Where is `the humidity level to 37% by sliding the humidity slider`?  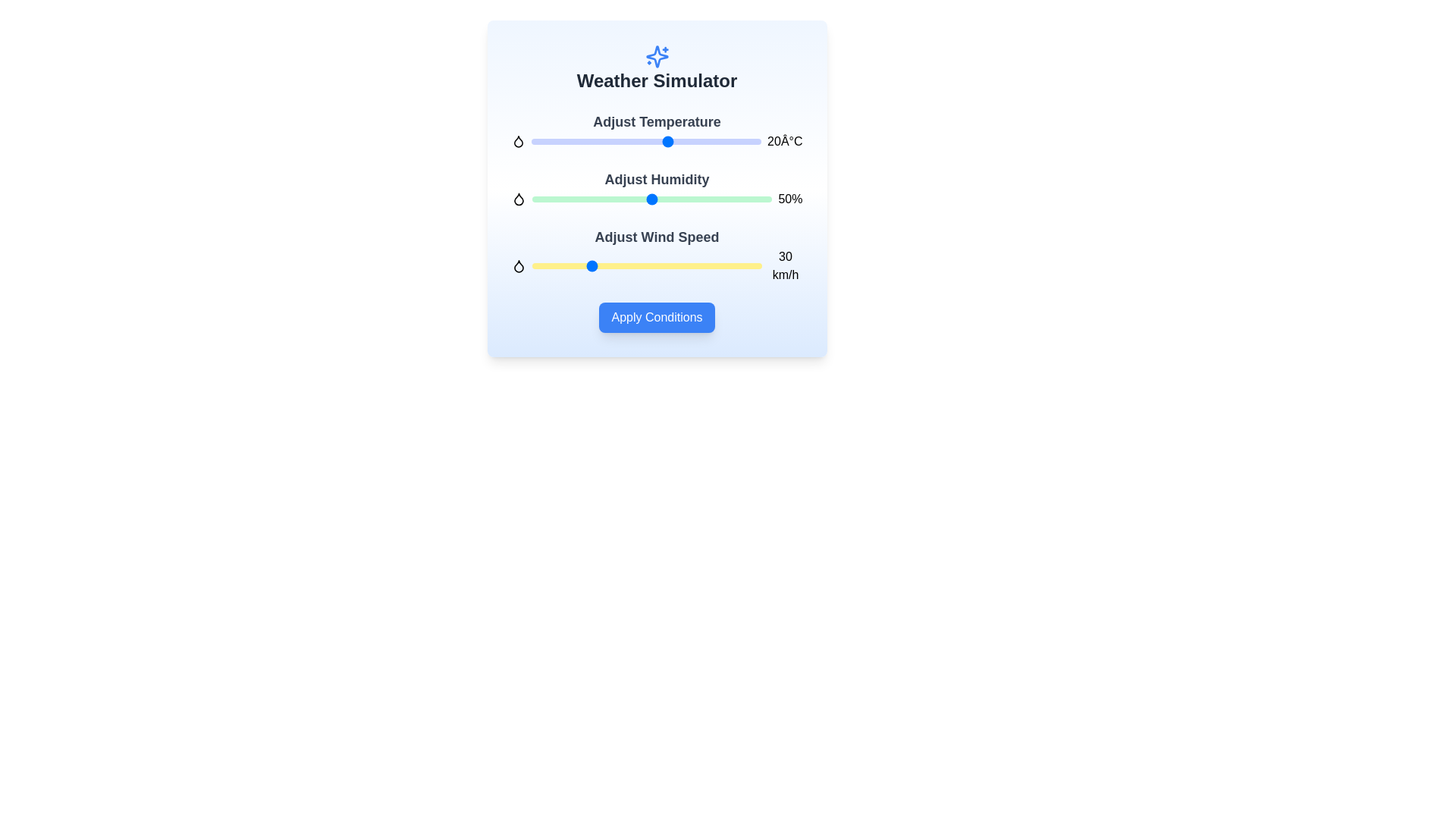
the humidity level to 37% by sliding the humidity slider is located at coordinates (621, 198).